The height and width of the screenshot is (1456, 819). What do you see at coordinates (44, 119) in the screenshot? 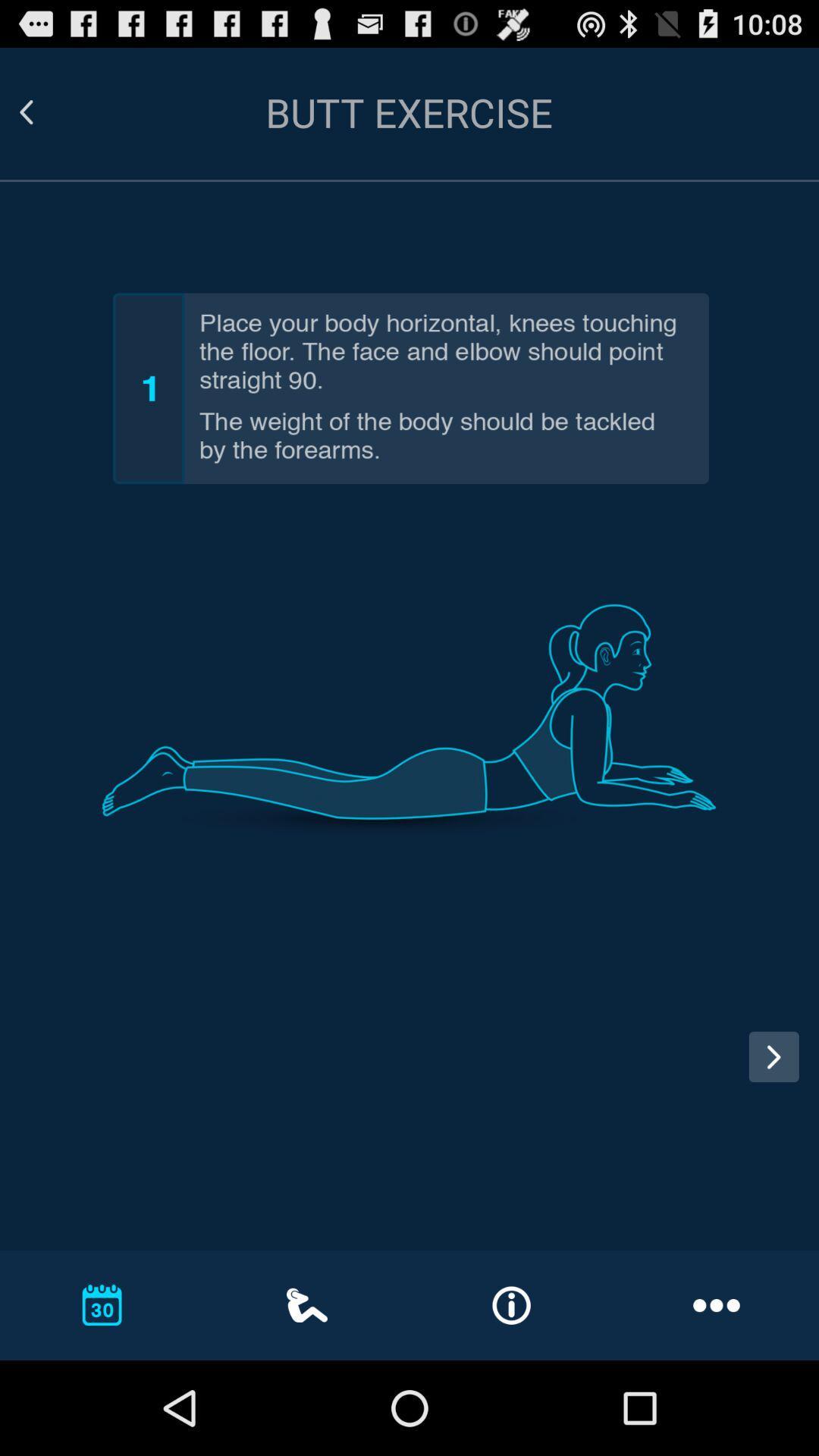
I see `the arrow_backward icon` at bounding box center [44, 119].